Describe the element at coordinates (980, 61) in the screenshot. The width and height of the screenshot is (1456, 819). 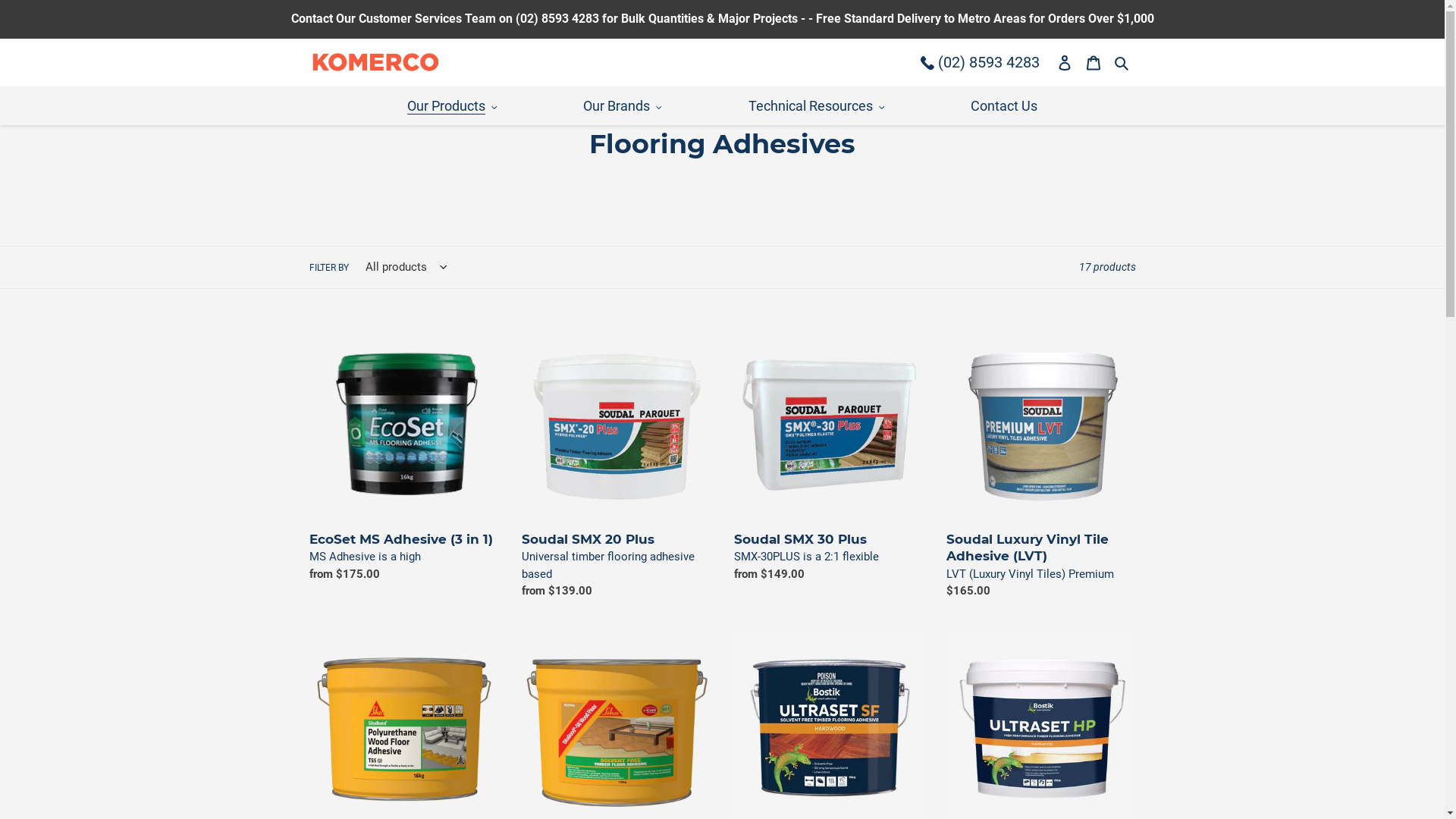
I see `'(02) 8593 4283'` at that location.